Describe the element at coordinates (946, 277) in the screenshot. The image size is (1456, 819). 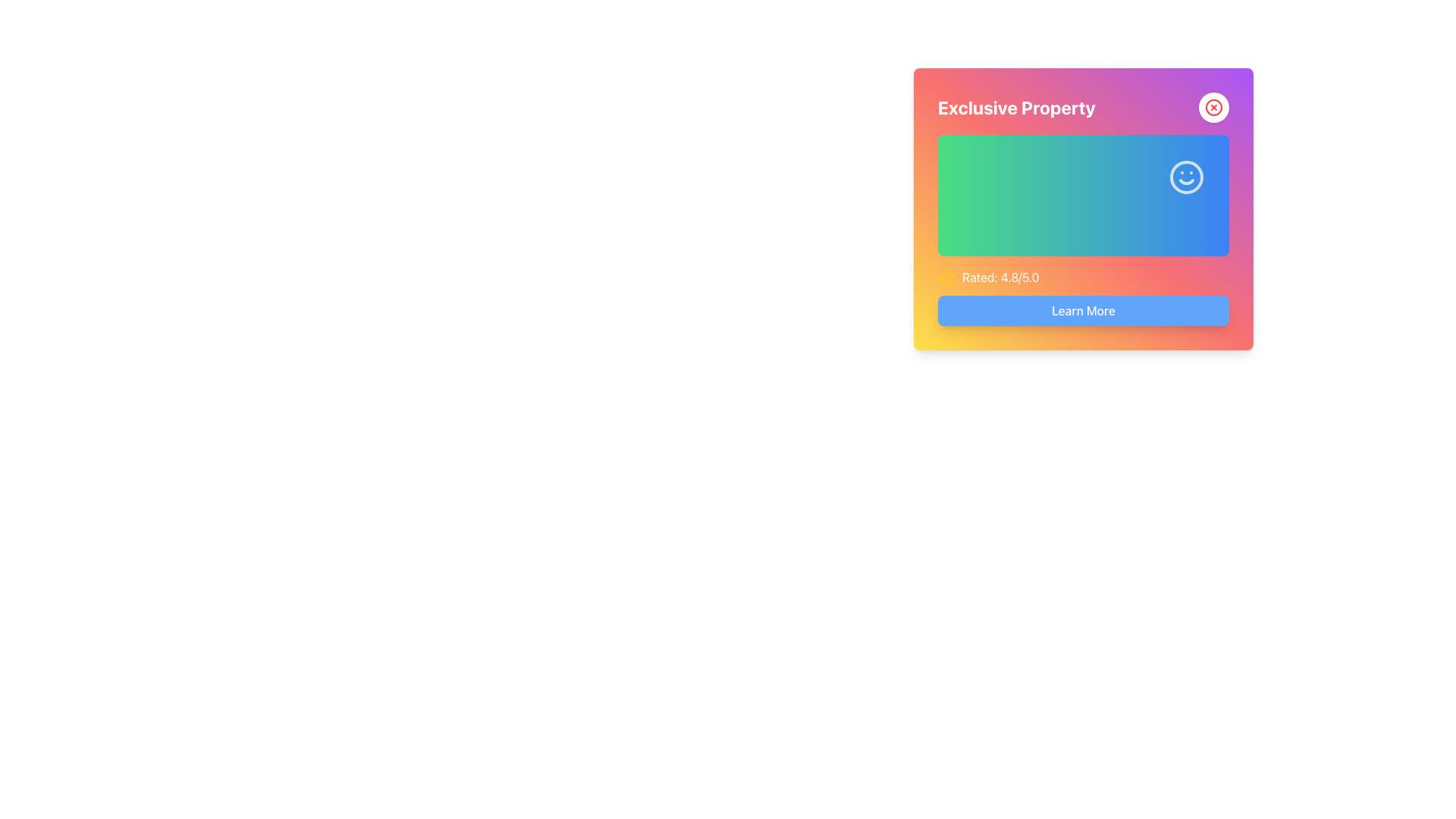
I see `the decorative icon located to the left of the rating text 'Rated: 4.8/5.0' in the card interface` at that location.